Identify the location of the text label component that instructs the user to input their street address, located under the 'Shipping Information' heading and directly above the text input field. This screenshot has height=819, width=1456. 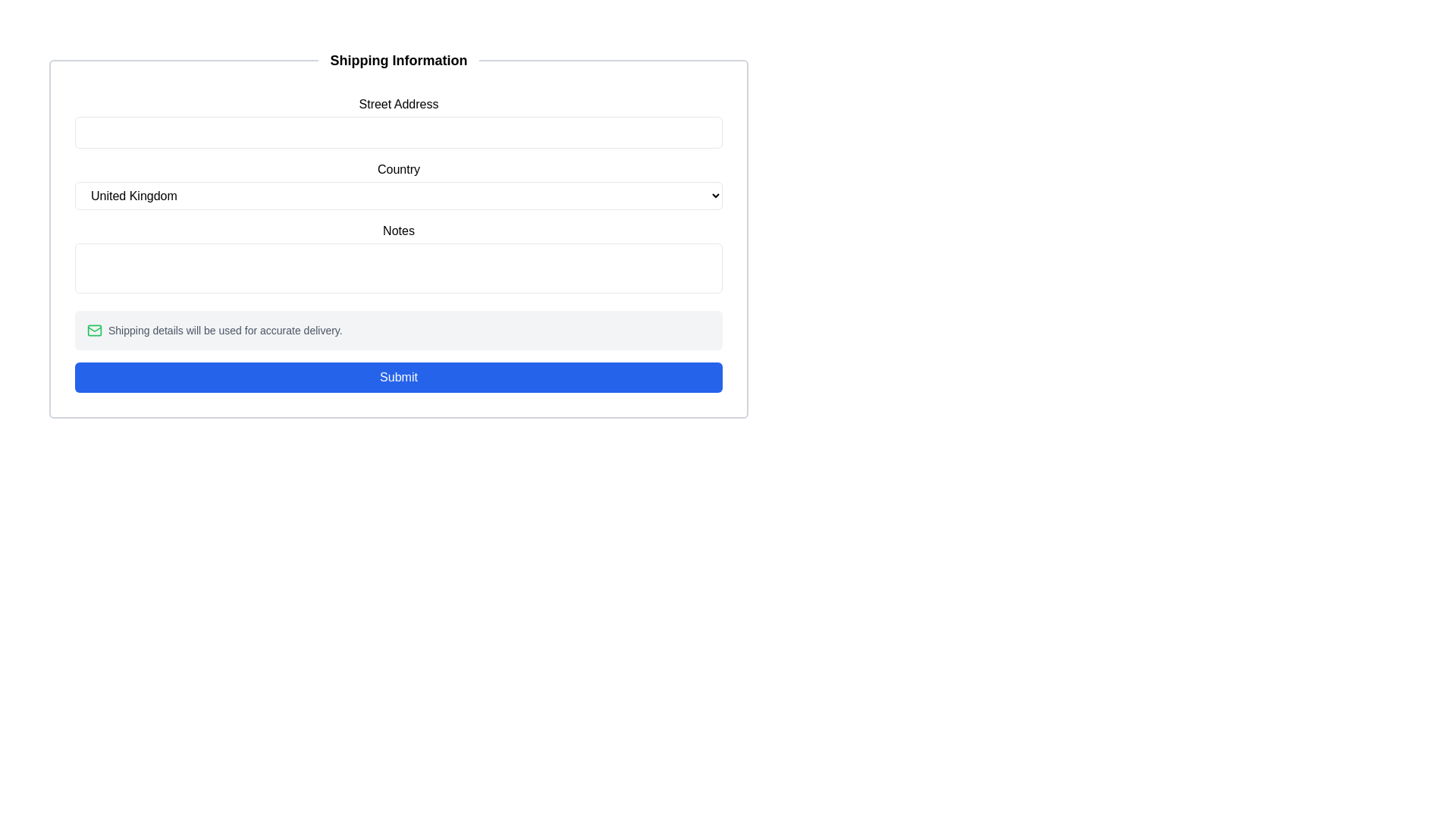
(399, 104).